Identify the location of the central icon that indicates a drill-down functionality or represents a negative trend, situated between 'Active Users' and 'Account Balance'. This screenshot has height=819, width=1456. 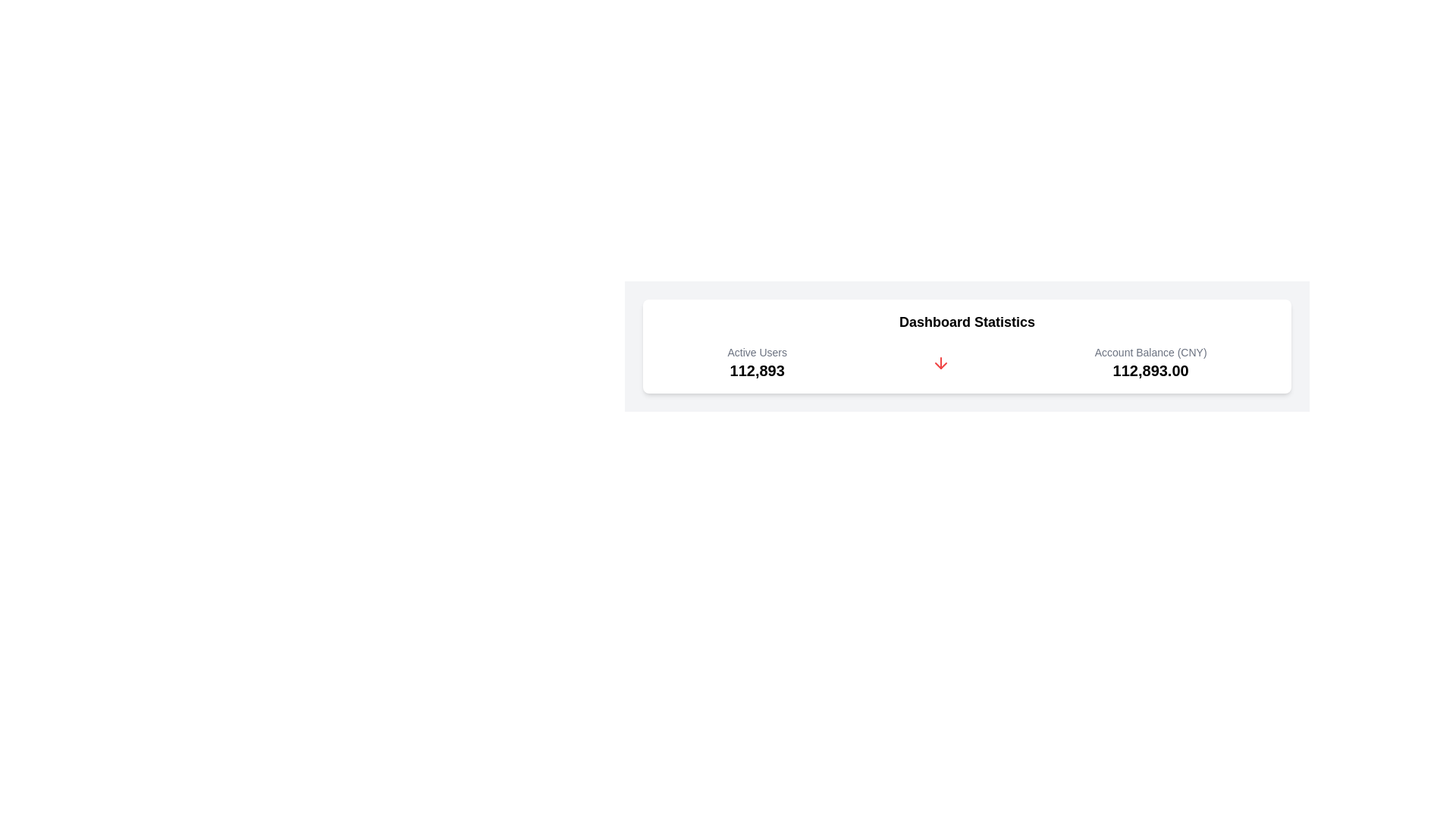
(940, 362).